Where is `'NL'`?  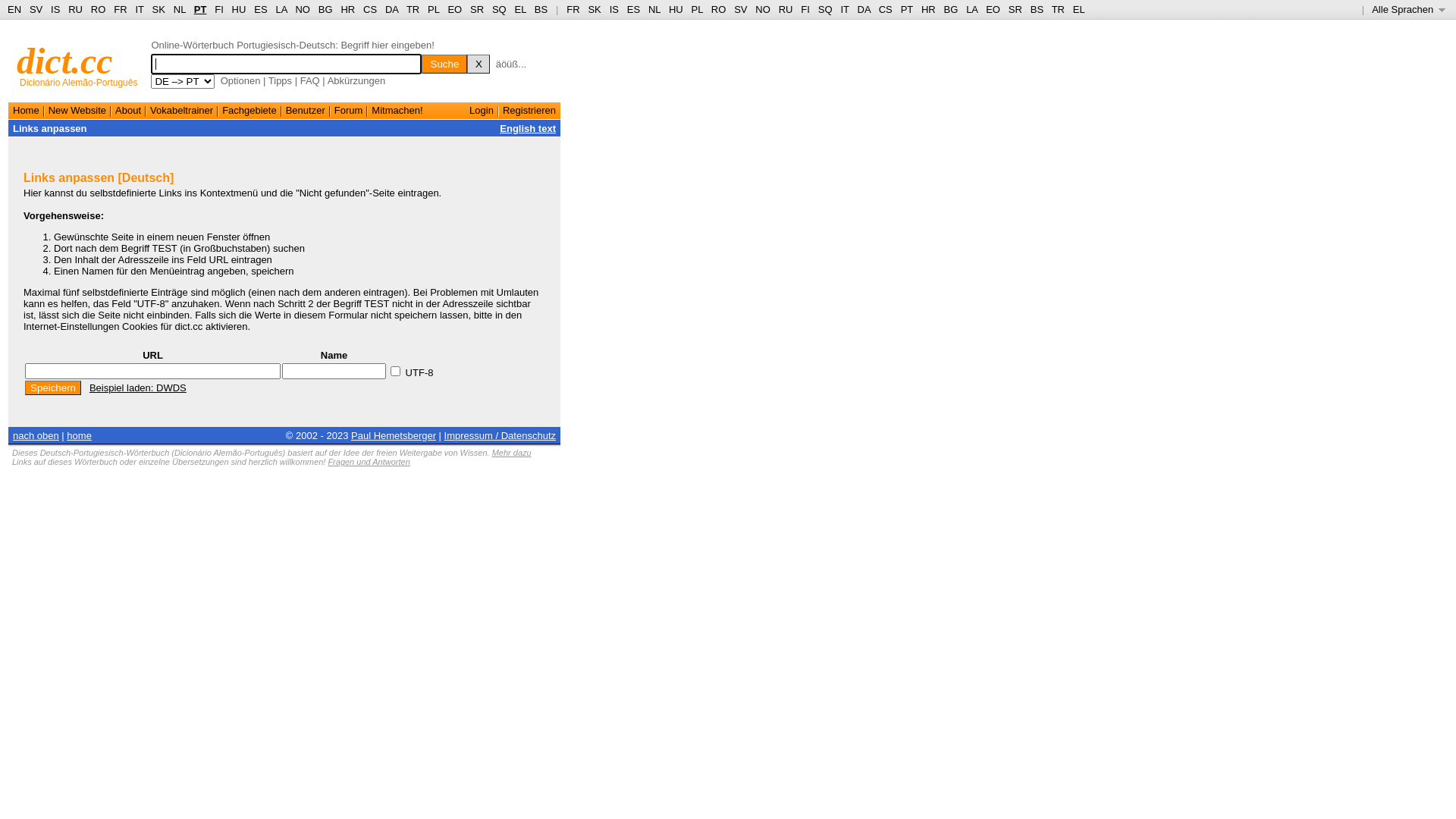 'NL' is located at coordinates (179, 9).